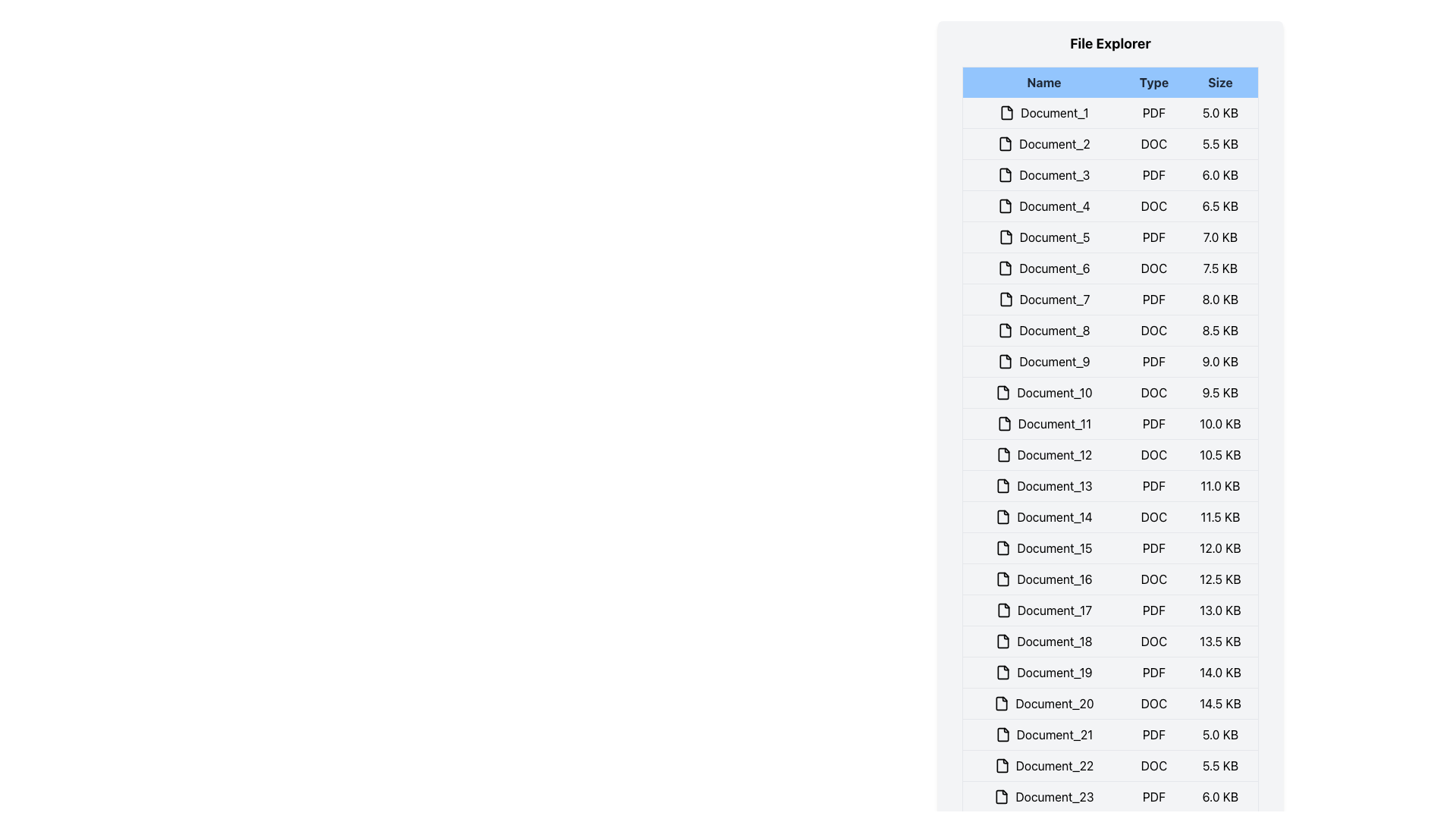 The height and width of the screenshot is (819, 1456). I want to click on the size information displayed as '5.0 KB' in bold text, located in the 'Size' column of the file-list table for 'Document_1', so click(1220, 112).